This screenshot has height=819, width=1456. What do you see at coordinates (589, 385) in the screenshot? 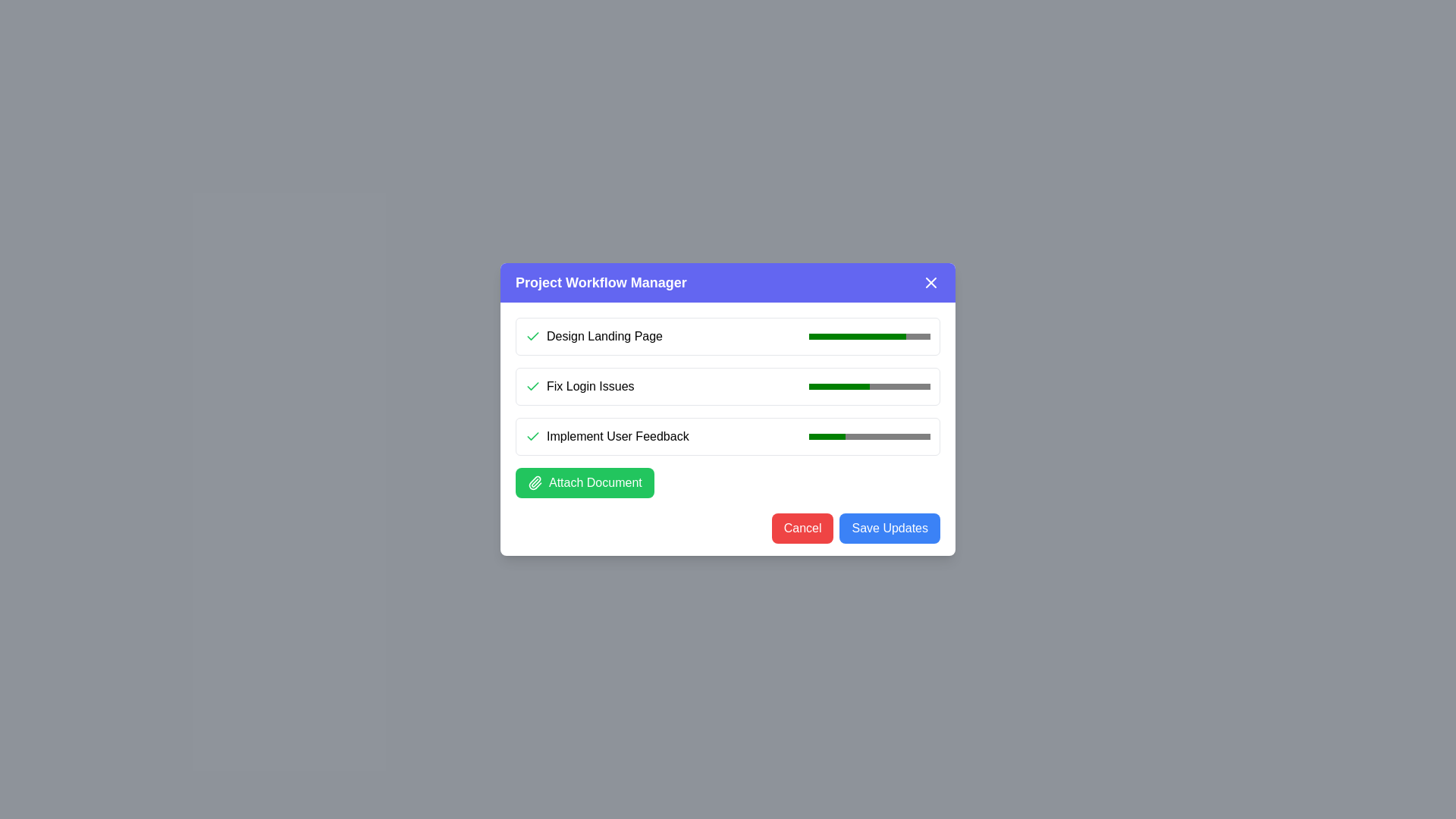
I see `the static text label that identifies the task 'Fix Login Issues' within the 'Project Workflow Manager' modal window` at bounding box center [589, 385].